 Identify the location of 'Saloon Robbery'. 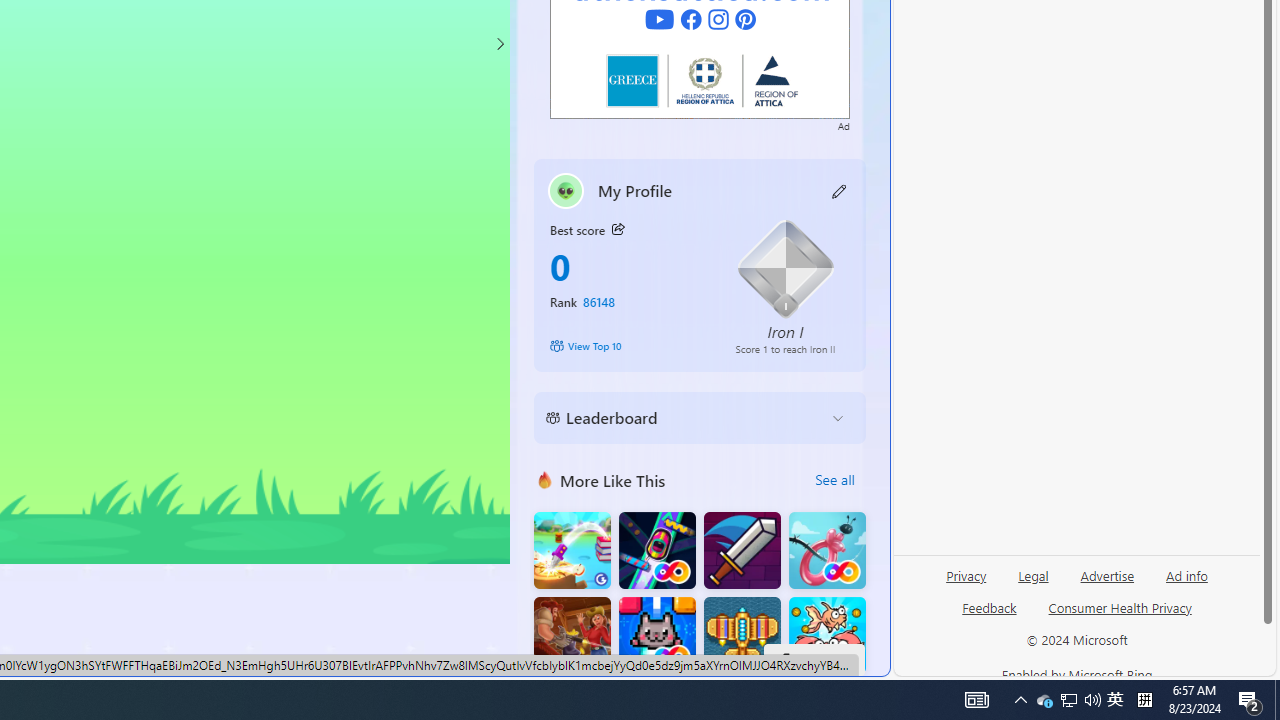
(571, 635).